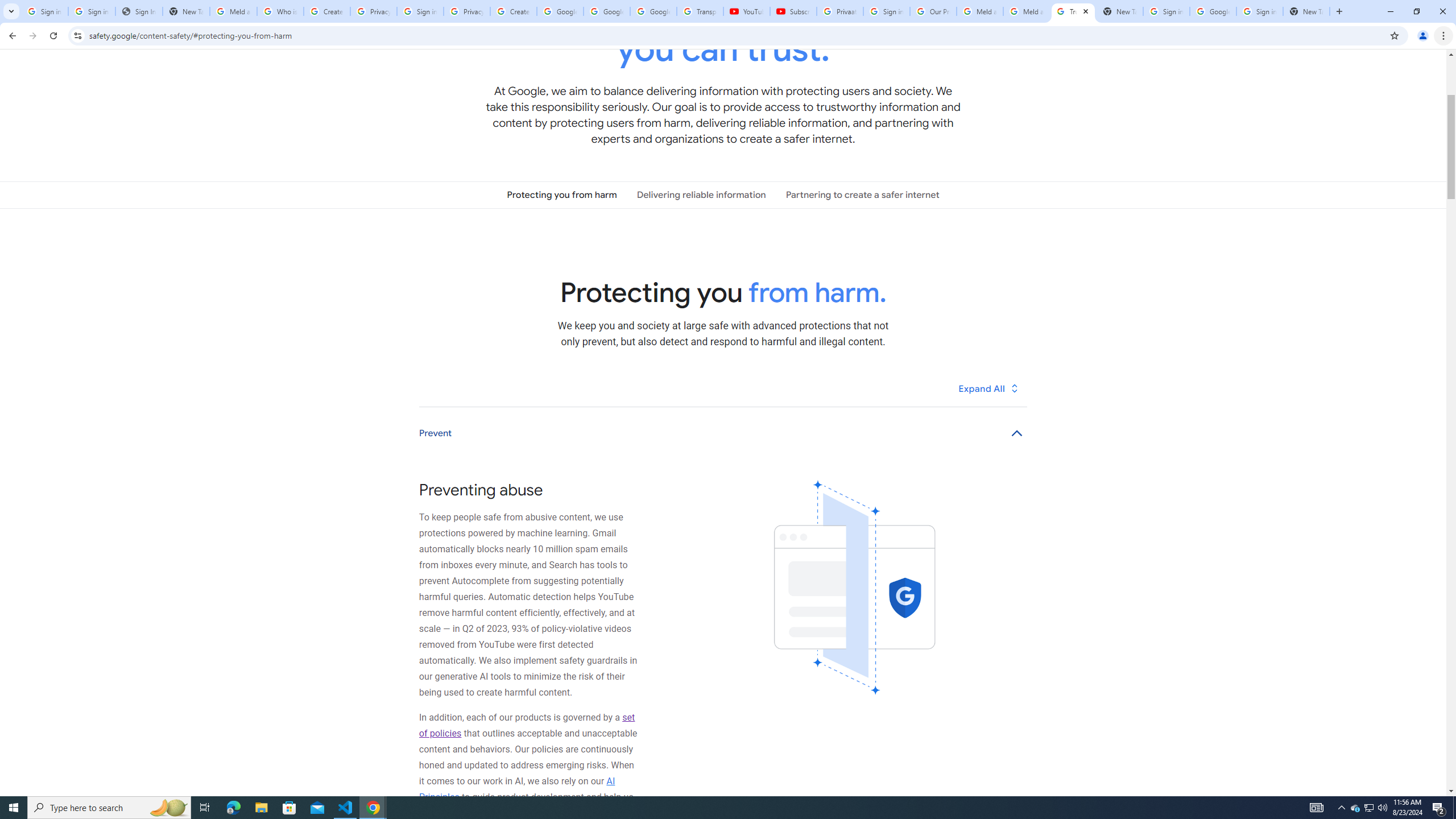  Describe the element at coordinates (526, 725) in the screenshot. I see `'set of policies'` at that location.